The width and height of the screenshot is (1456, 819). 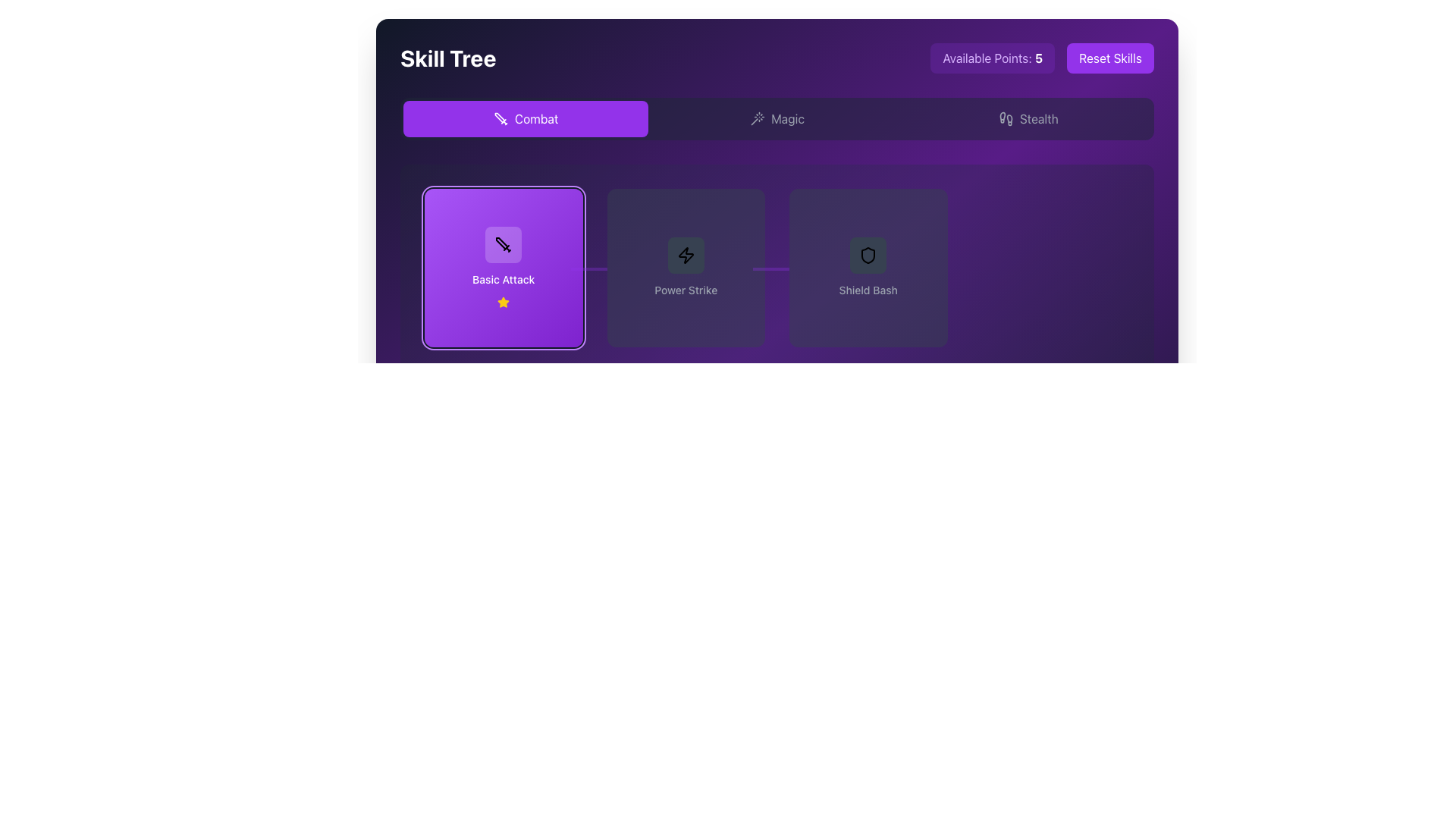 What do you see at coordinates (526, 118) in the screenshot?
I see `the leftmost button in the skill tree interface` at bounding box center [526, 118].